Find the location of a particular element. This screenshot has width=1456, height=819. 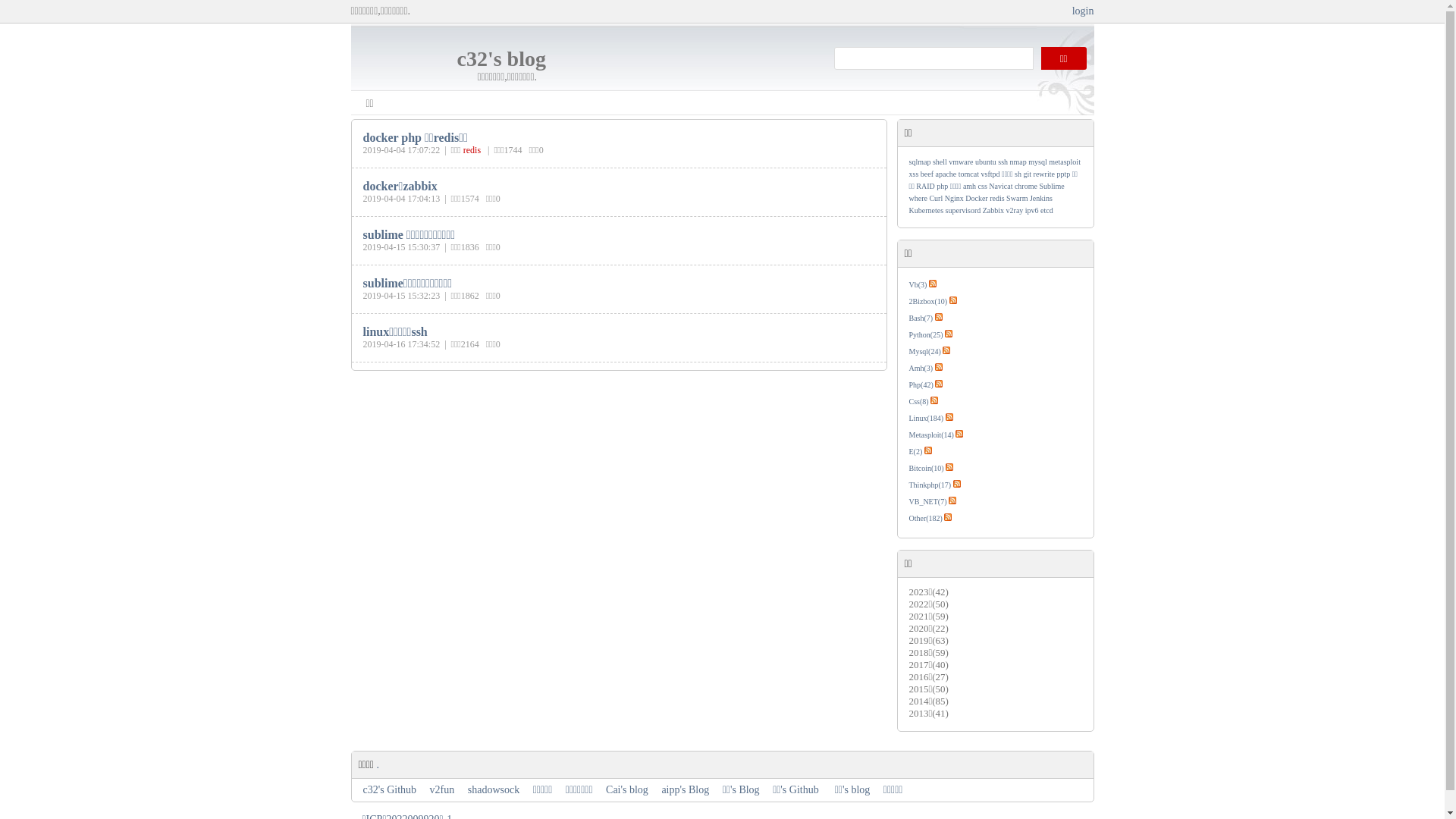

'Jenkins' is located at coordinates (1040, 197).